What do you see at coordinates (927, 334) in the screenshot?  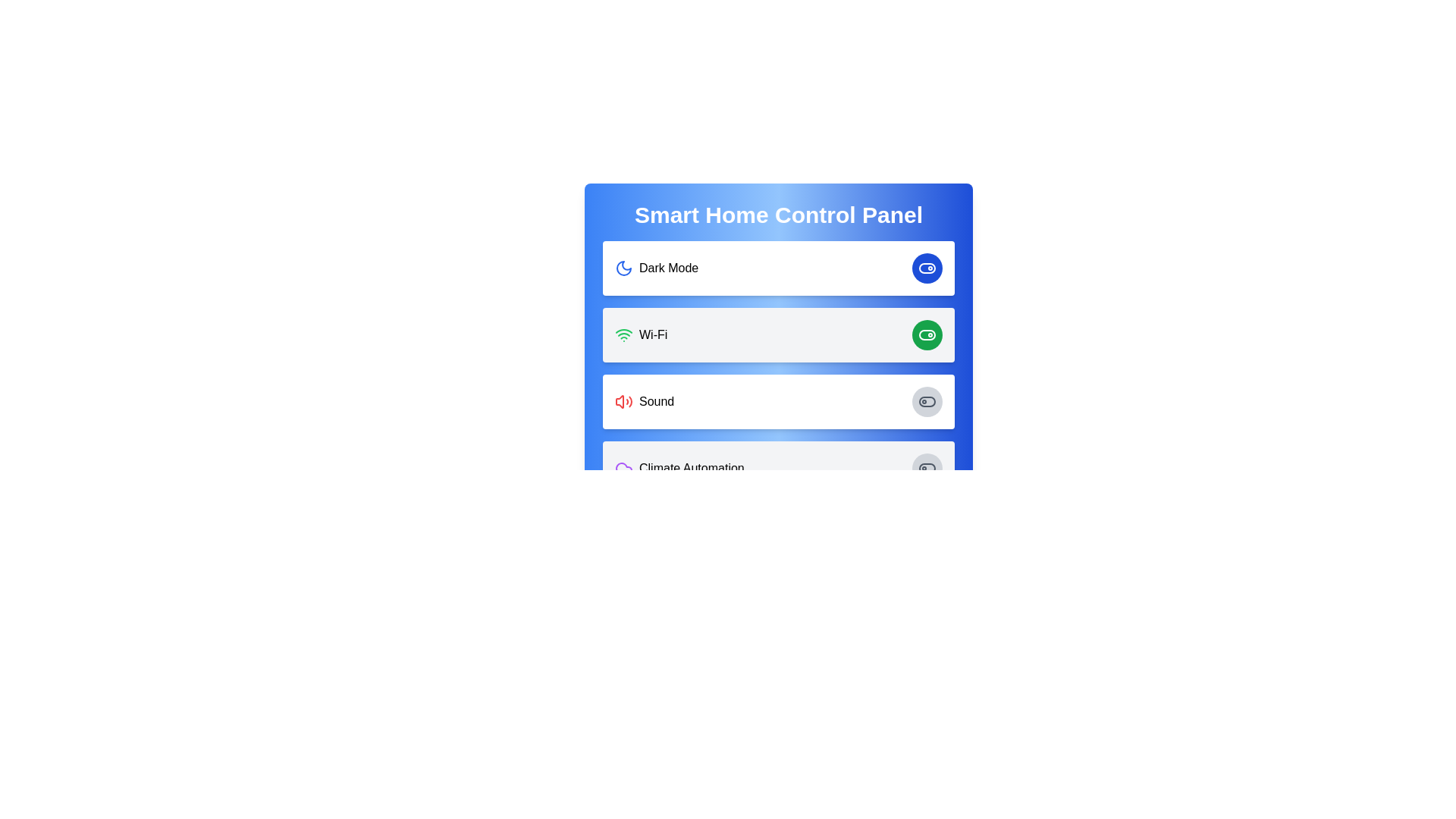 I see `the toggle switch button with a green background located to the right of the 'Wi-Fi' label in the 'Smart Home Control Panel' interface for additional details` at bounding box center [927, 334].